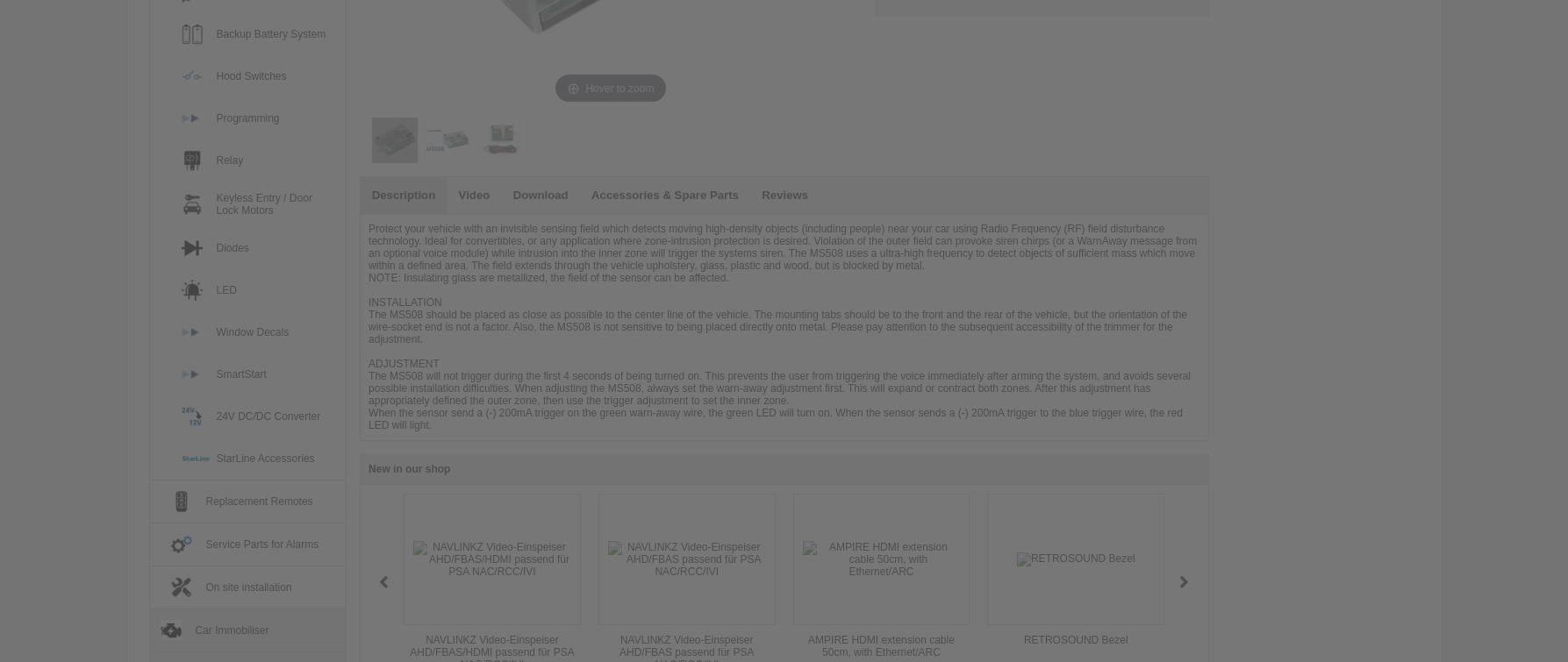  I want to click on 'Hover to zoom', so click(619, 88).